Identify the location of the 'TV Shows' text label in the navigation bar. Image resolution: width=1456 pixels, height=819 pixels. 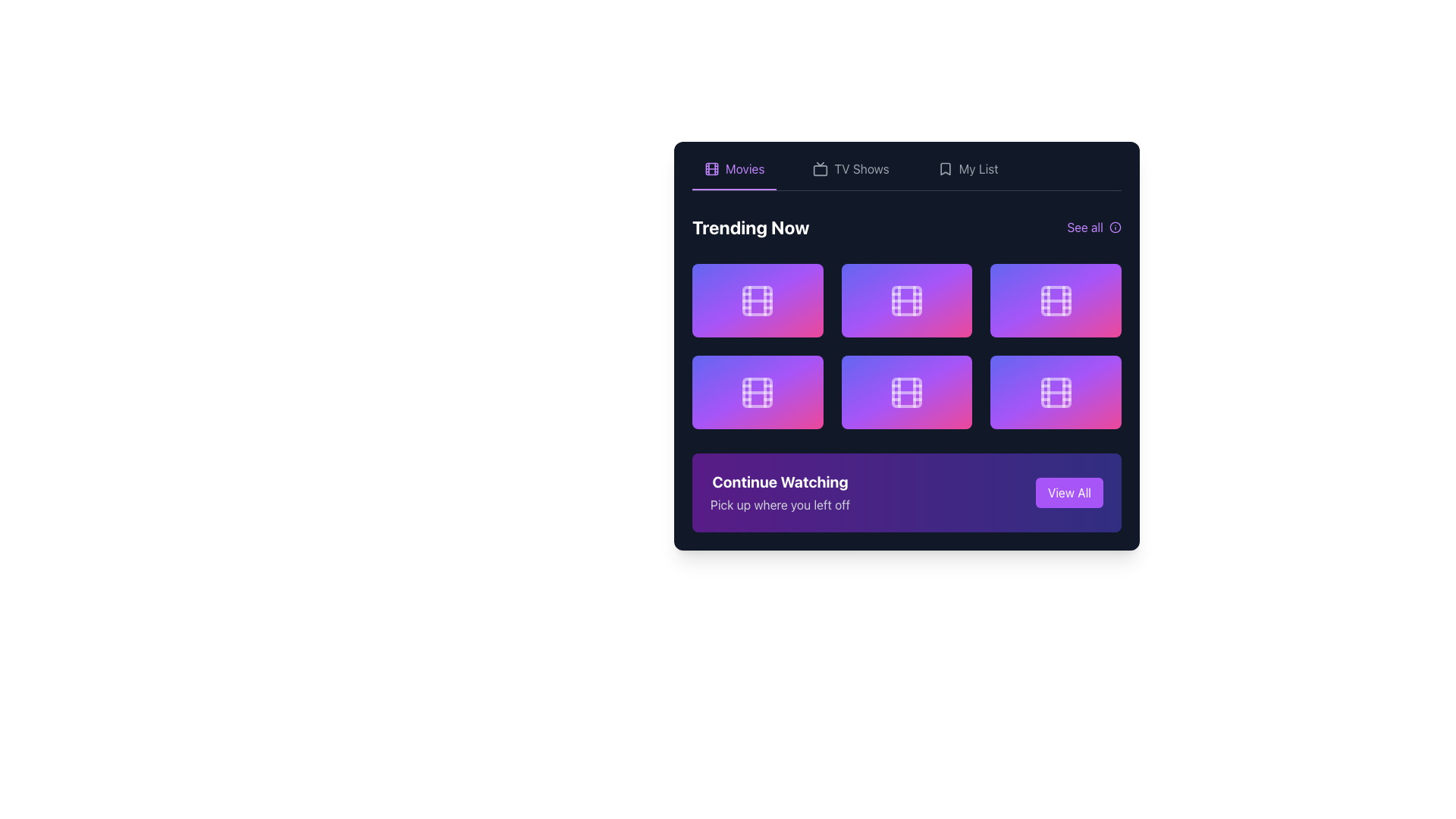
(861, 169).